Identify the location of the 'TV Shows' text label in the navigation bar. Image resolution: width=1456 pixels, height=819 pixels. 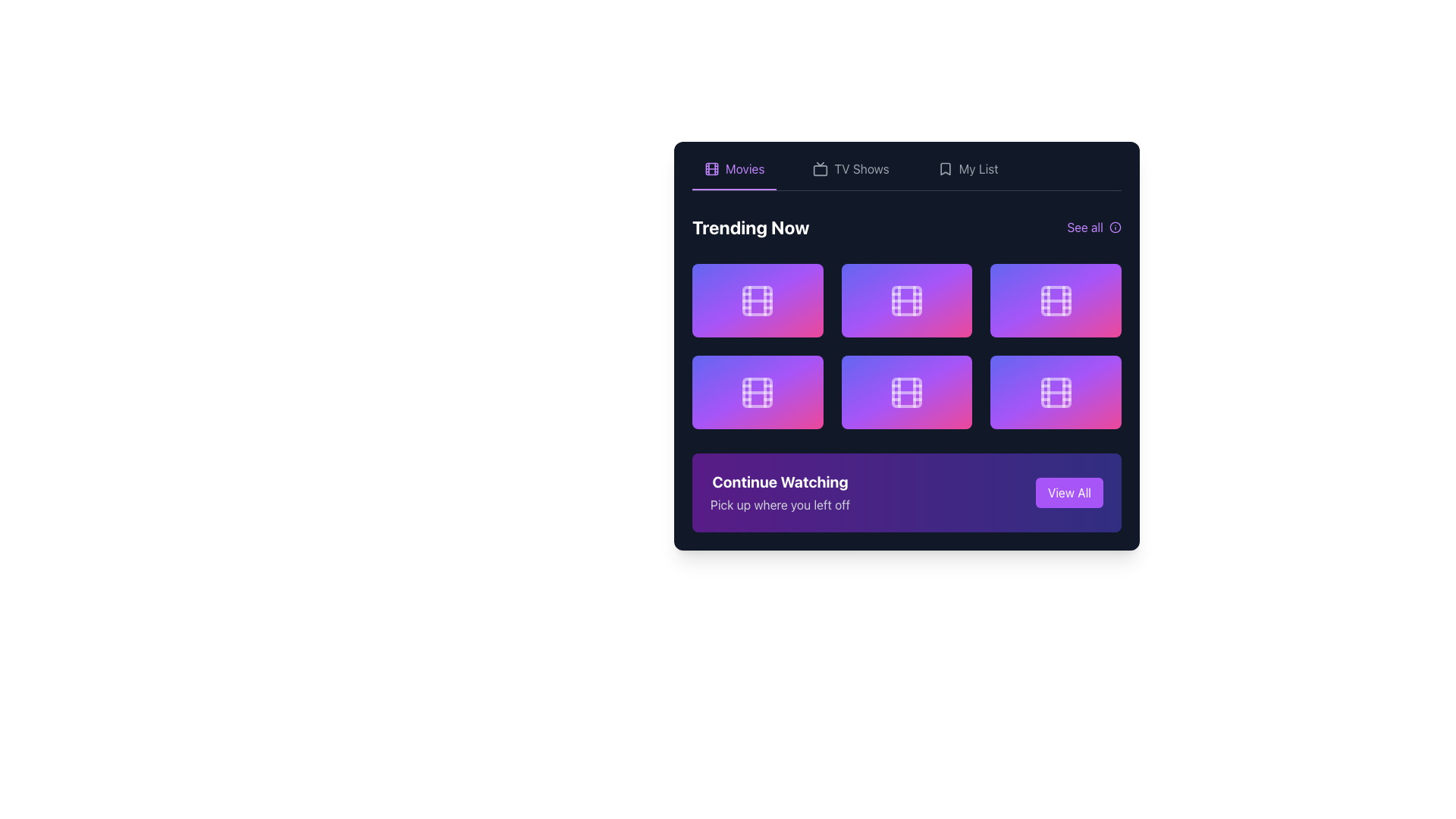
(861, 169).